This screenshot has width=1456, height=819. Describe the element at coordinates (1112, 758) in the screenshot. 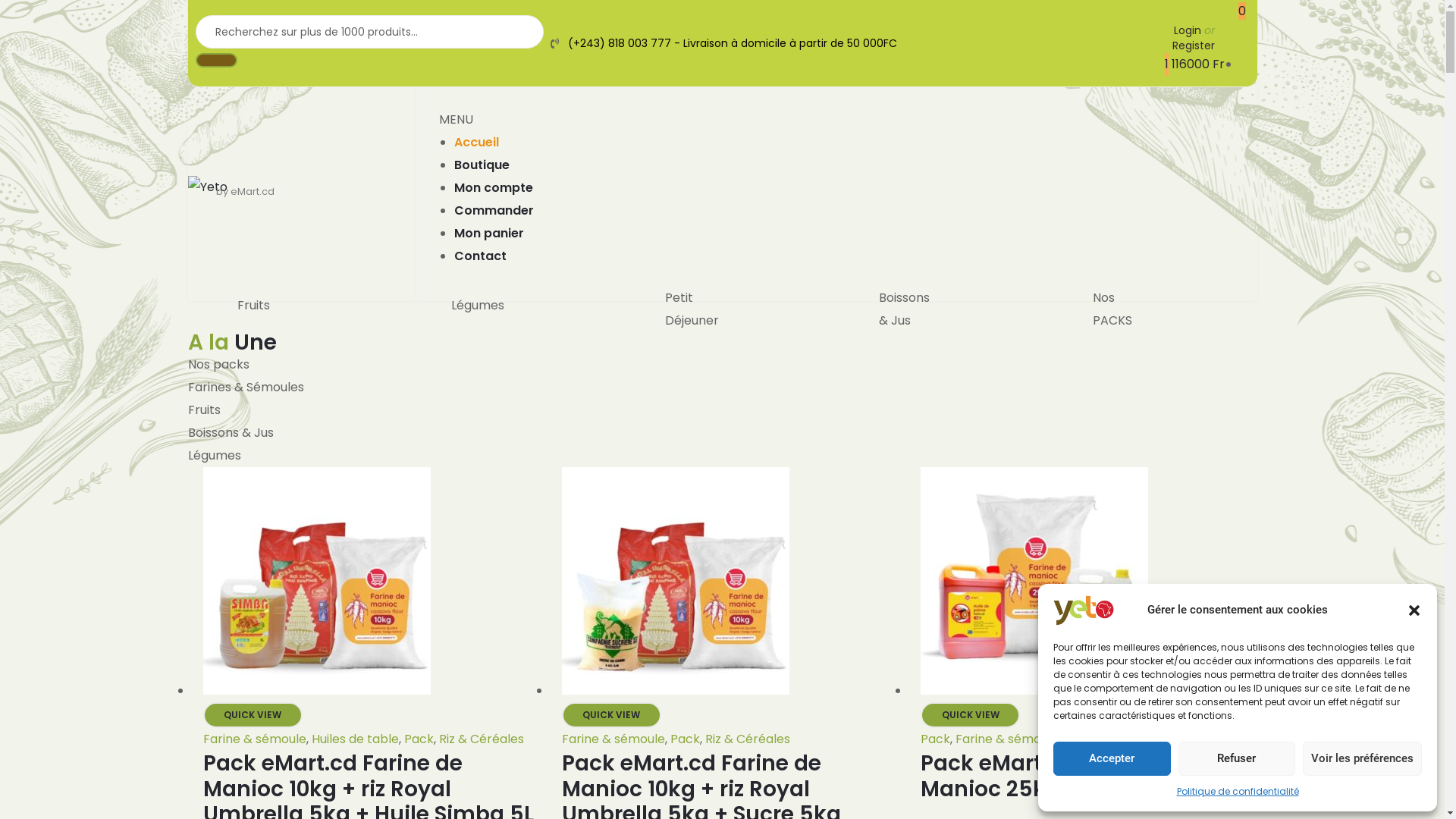

I see `'Accepter'` at that location.